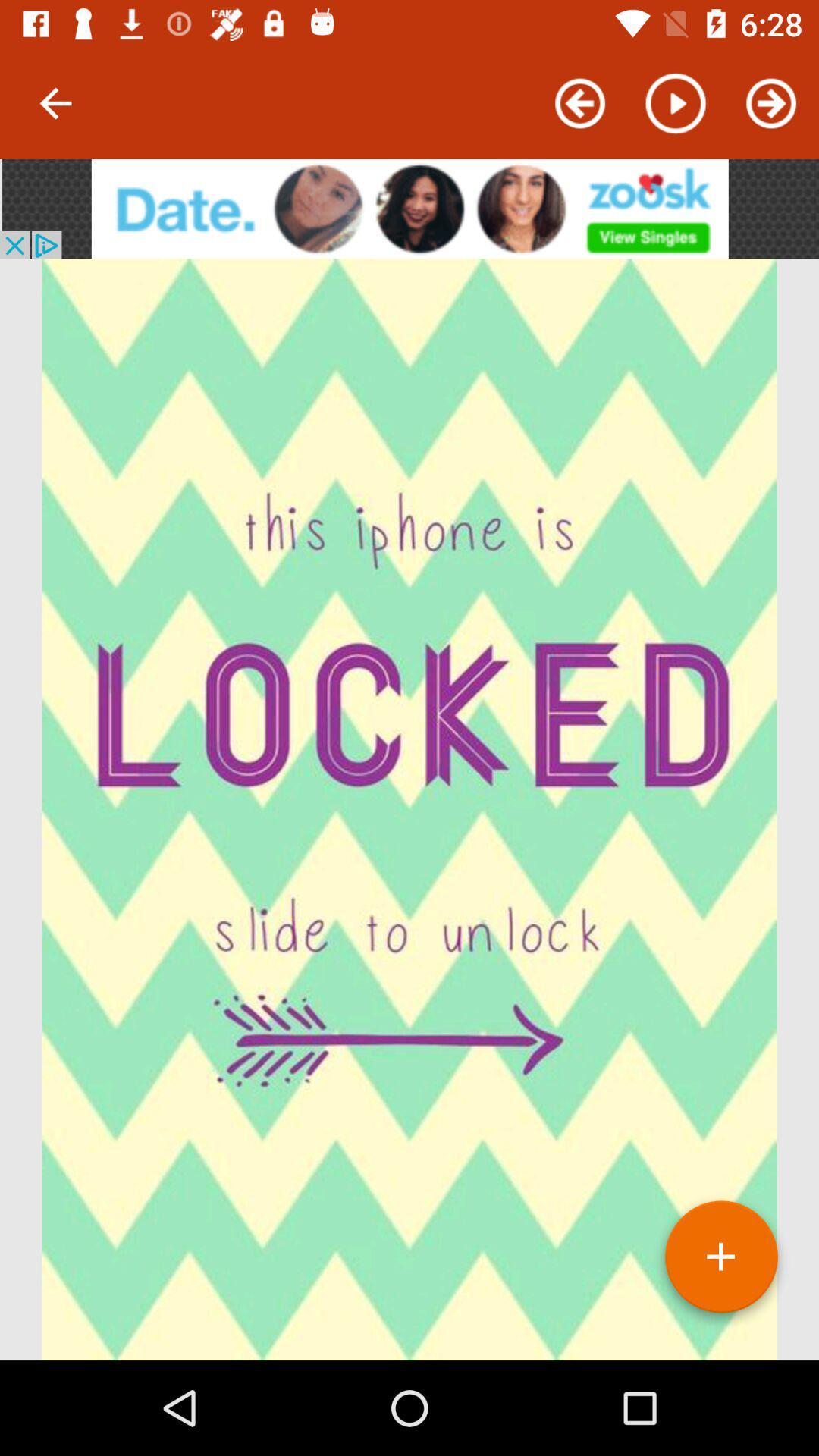 This screenshot has height=1456, width=819. I want to click on sponsored advertisement, so click(409, 208).